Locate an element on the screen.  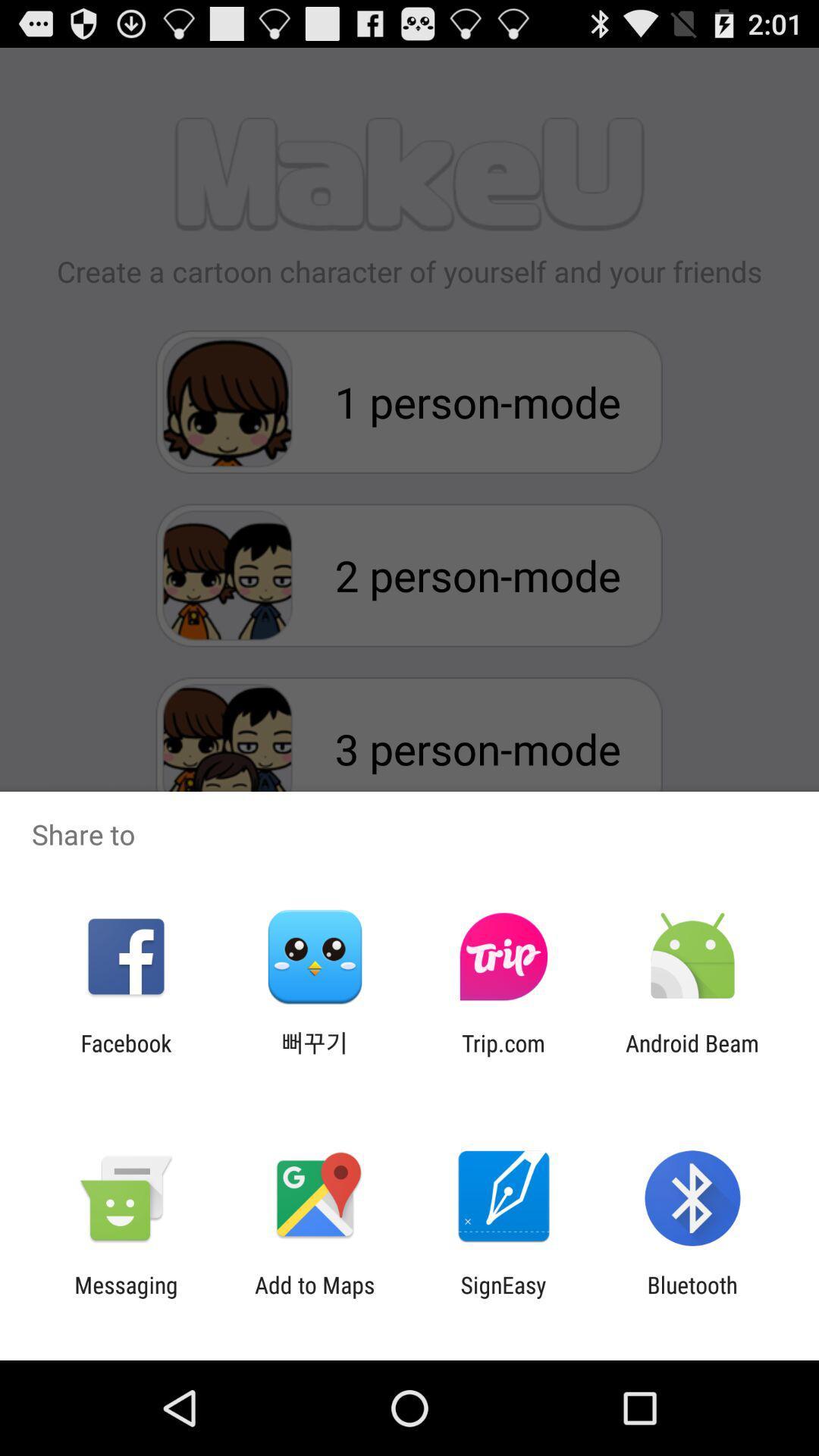
app to the left of trip.com icon is located at coordinates (314, 1056).